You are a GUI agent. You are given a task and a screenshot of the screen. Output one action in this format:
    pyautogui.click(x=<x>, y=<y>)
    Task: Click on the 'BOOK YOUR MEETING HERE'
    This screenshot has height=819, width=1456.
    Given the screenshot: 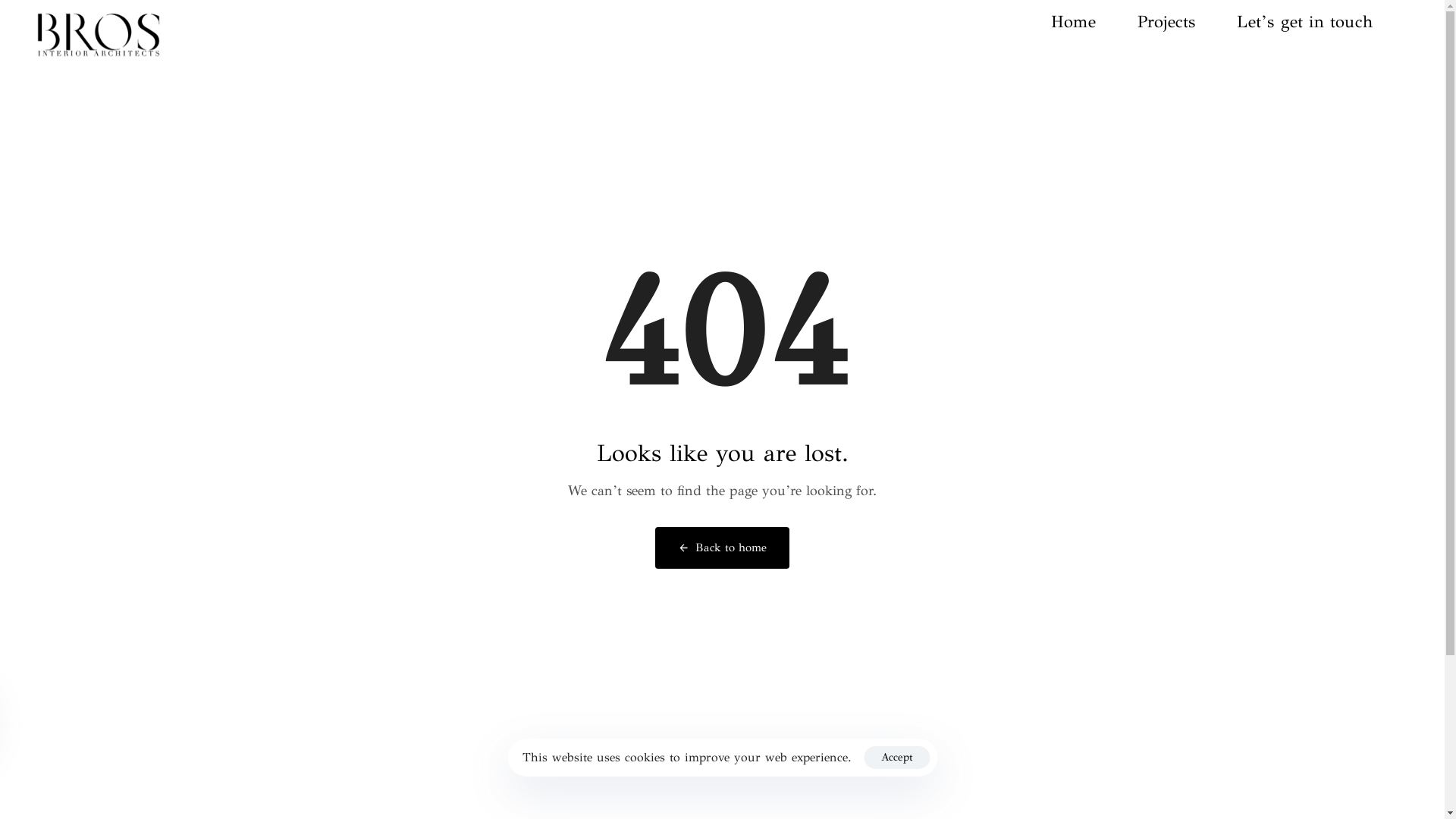 What is the action you would take?
    pyautogui.click(x=721, y=699)
    